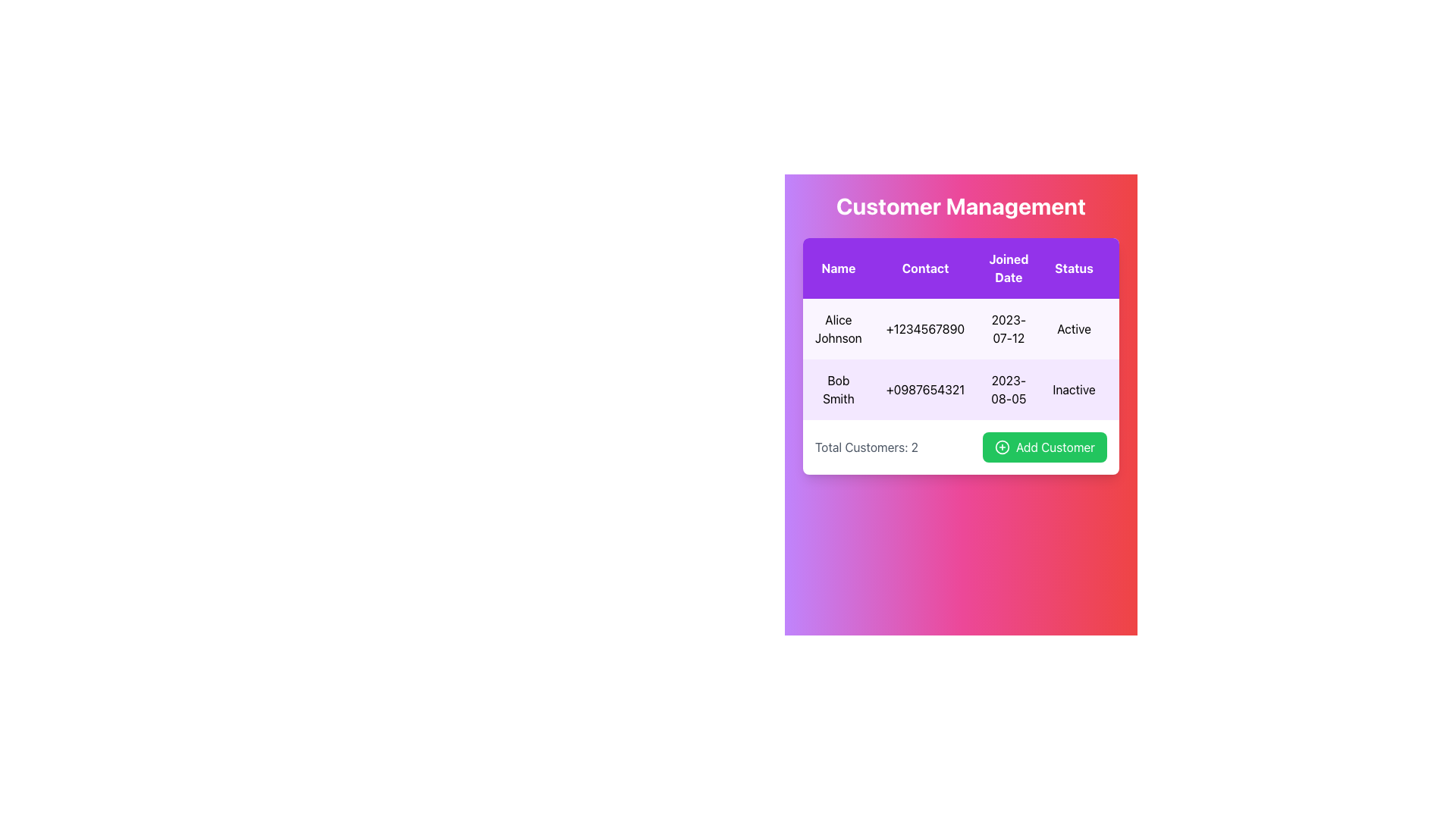 The image size is (1456, 819). I want to click on the fourth column header text label that displays the status of entities in the table, positioned between 'Joined Date' and 'Actions', so click(1073, 268).